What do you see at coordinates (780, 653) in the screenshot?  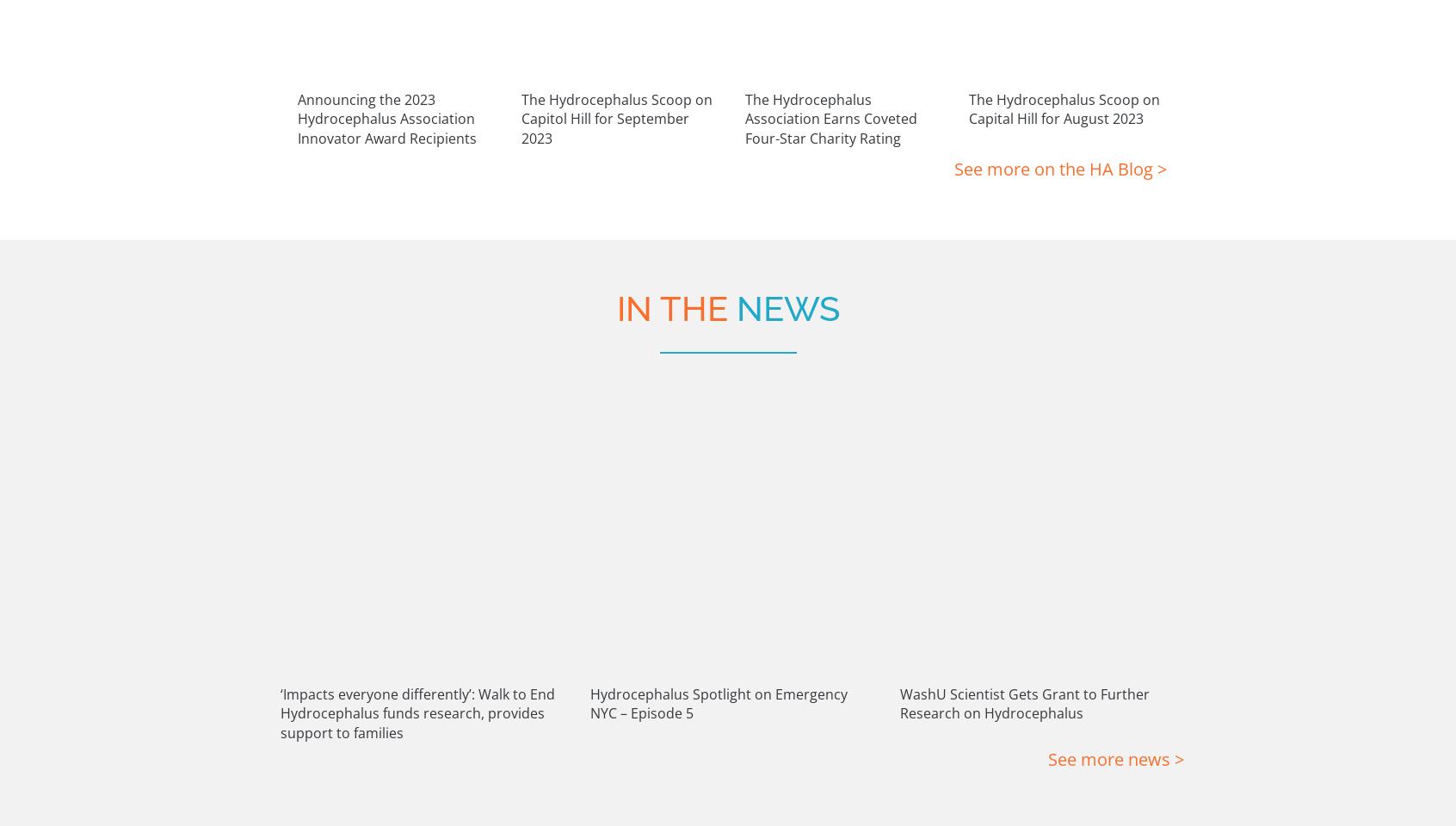 I see `'Donate'` at bounding box center [780, 653].